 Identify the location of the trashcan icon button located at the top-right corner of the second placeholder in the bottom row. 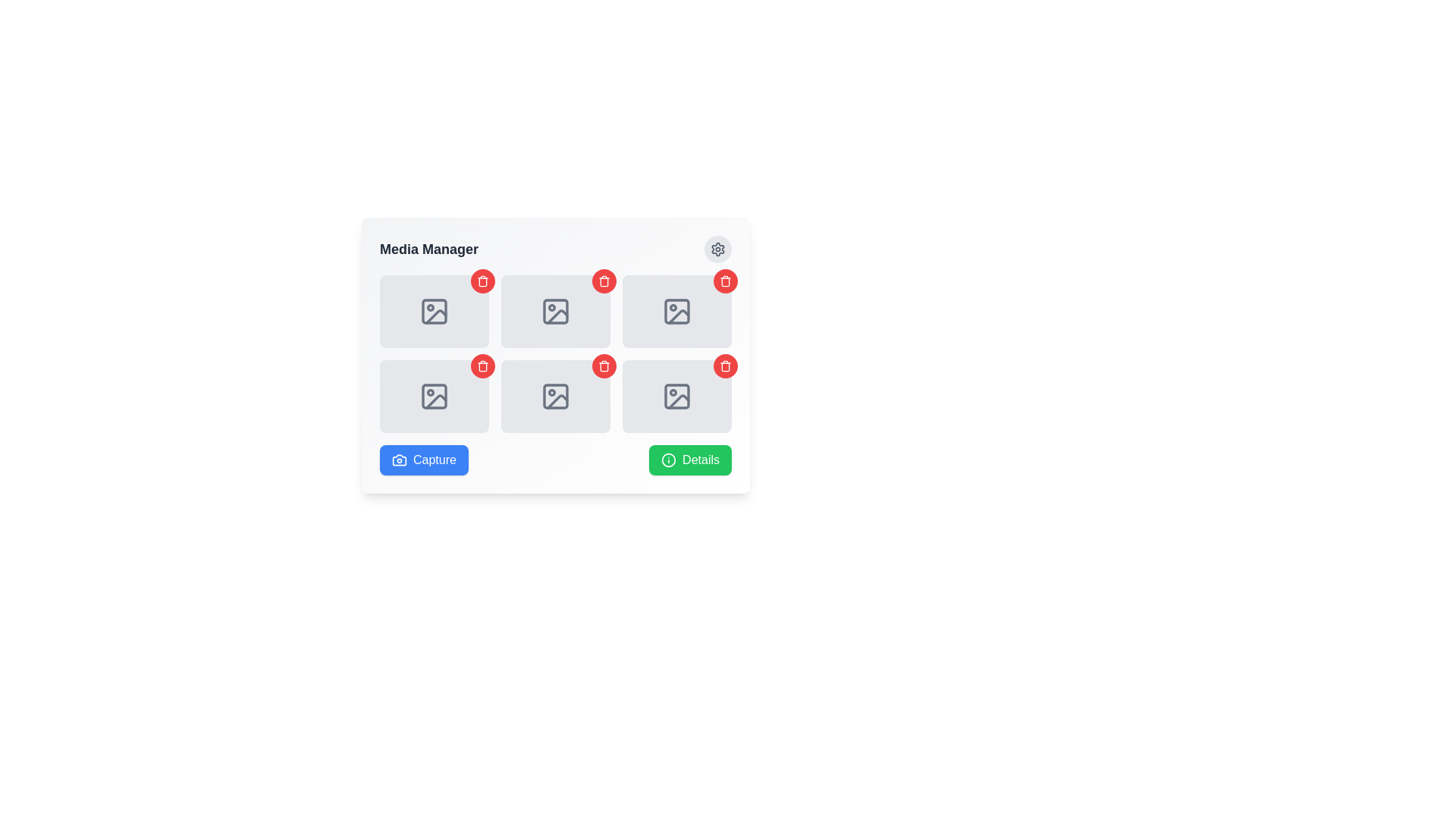
(482, 366).